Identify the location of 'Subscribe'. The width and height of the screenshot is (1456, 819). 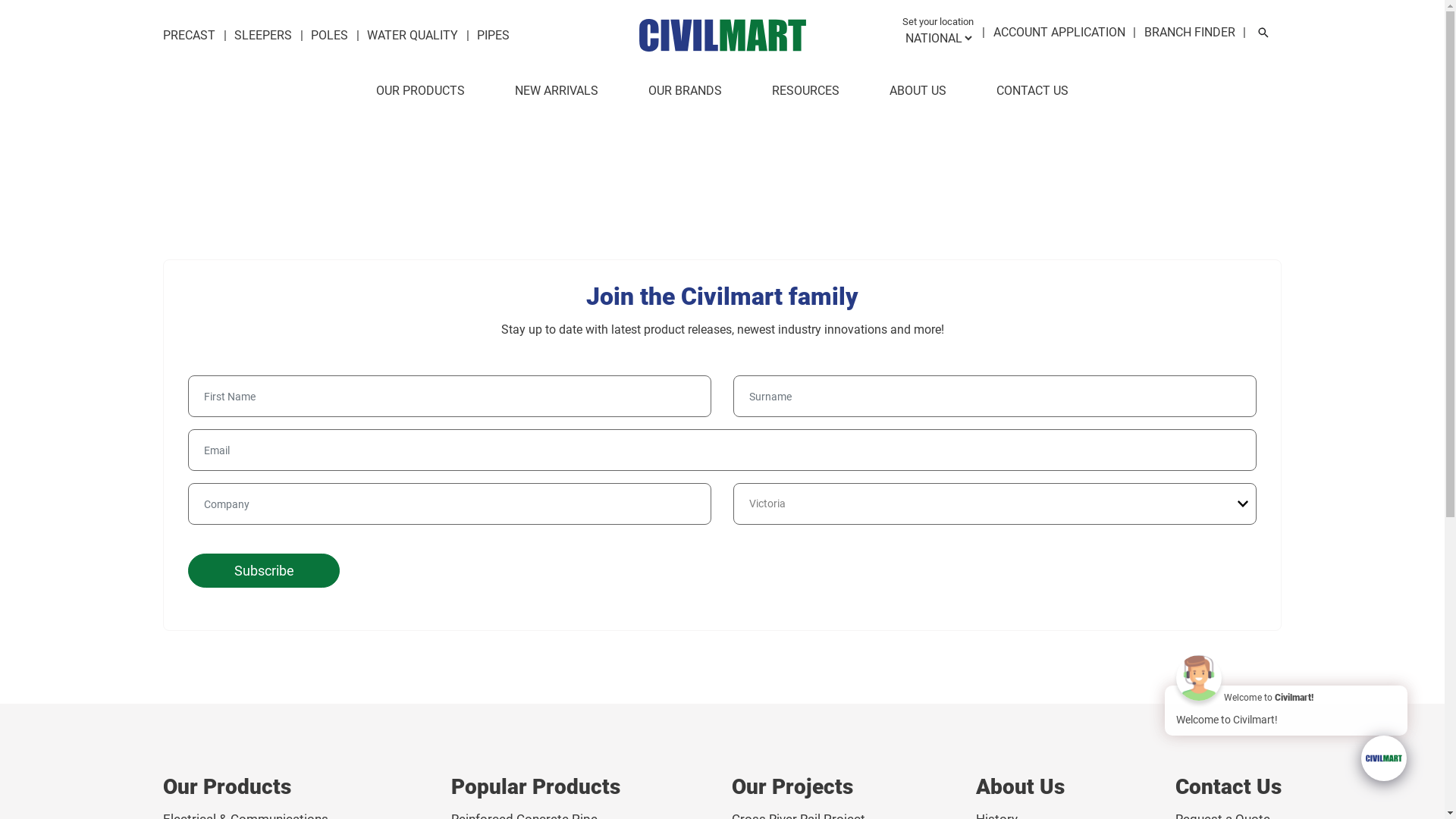
(264, 570).